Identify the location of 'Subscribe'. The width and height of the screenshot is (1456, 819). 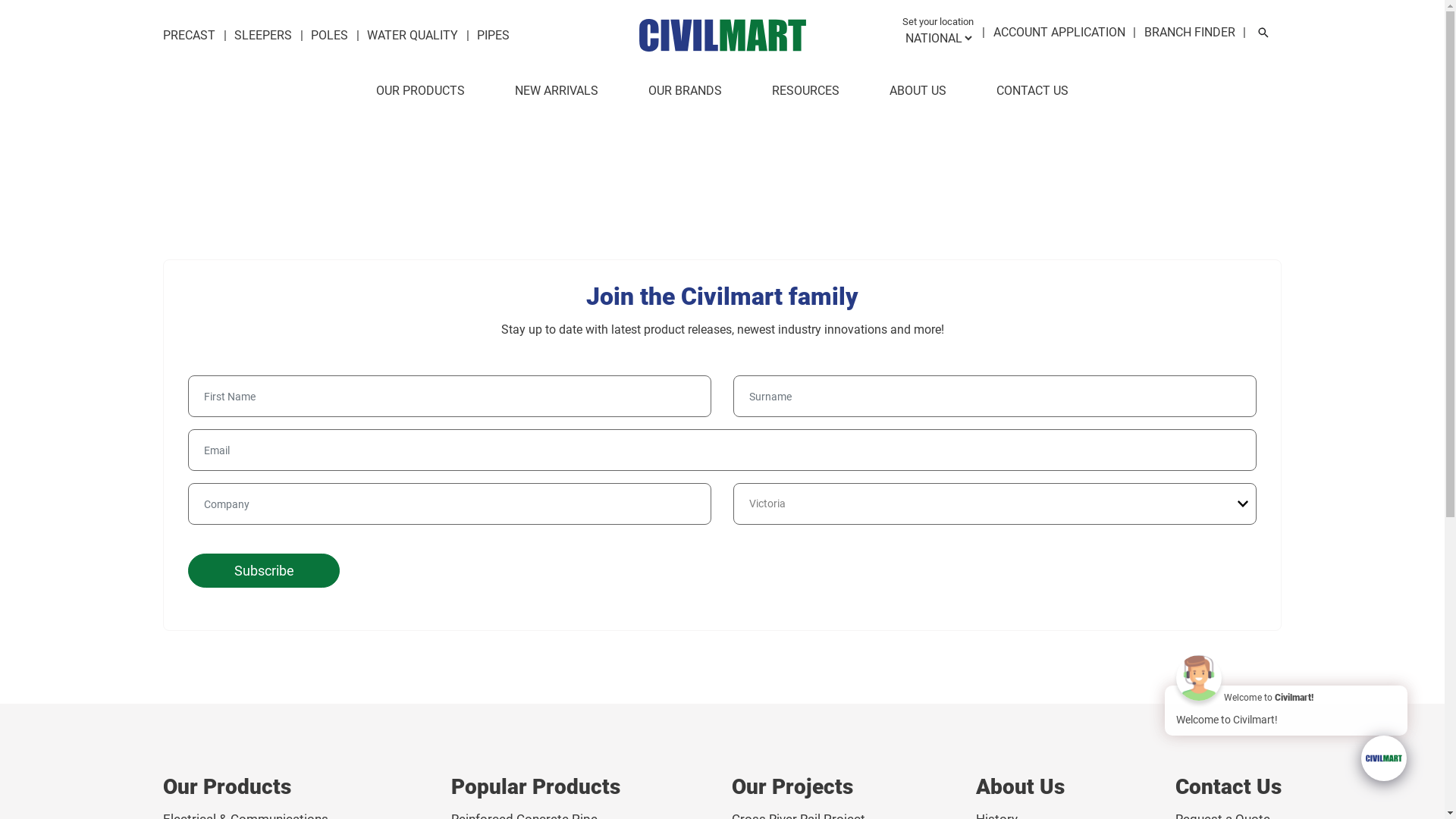
(264, 570).